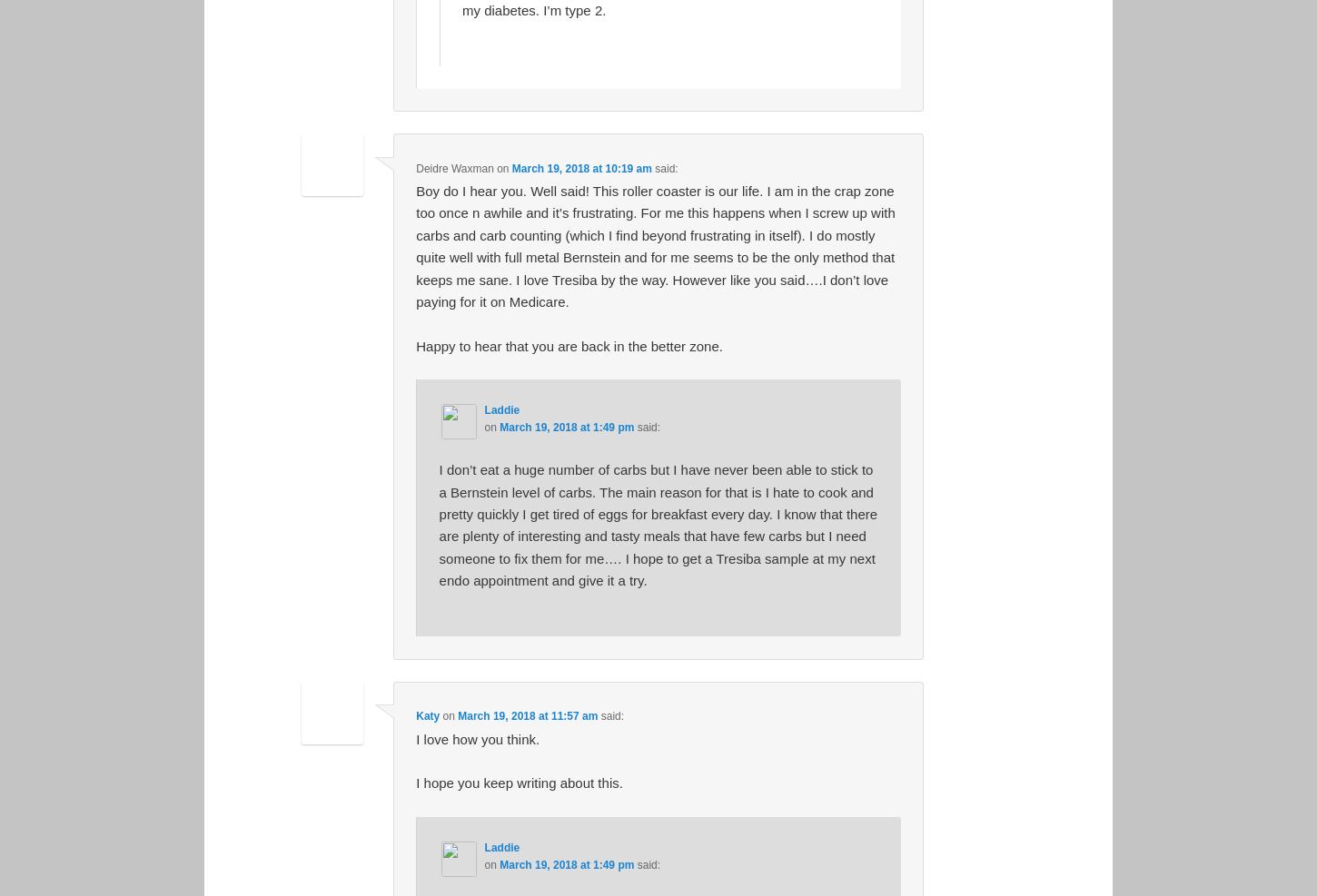 The width and height of the screenshot is (1317, 896). What do you see at coordinates (458, 716) in the screenshot?
I see `'March 19, 2018 at 11:57 am'` at bounding box center [458, 716].